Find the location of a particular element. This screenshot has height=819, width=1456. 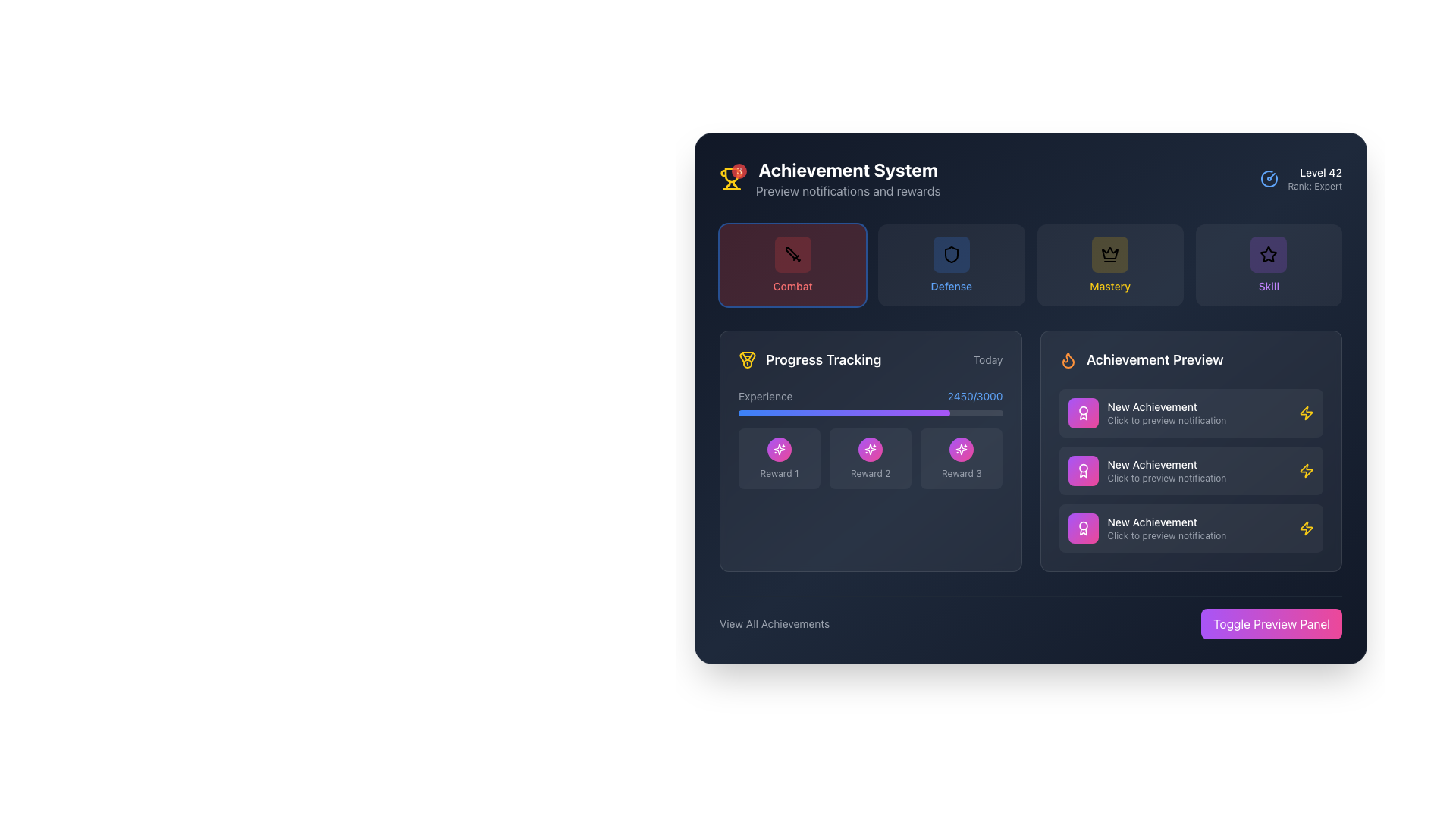

the explanatory label located under the title 'New Achievement' in the second notification card of the 'Achievement Preview' section is located at coordinates (1197, 479).